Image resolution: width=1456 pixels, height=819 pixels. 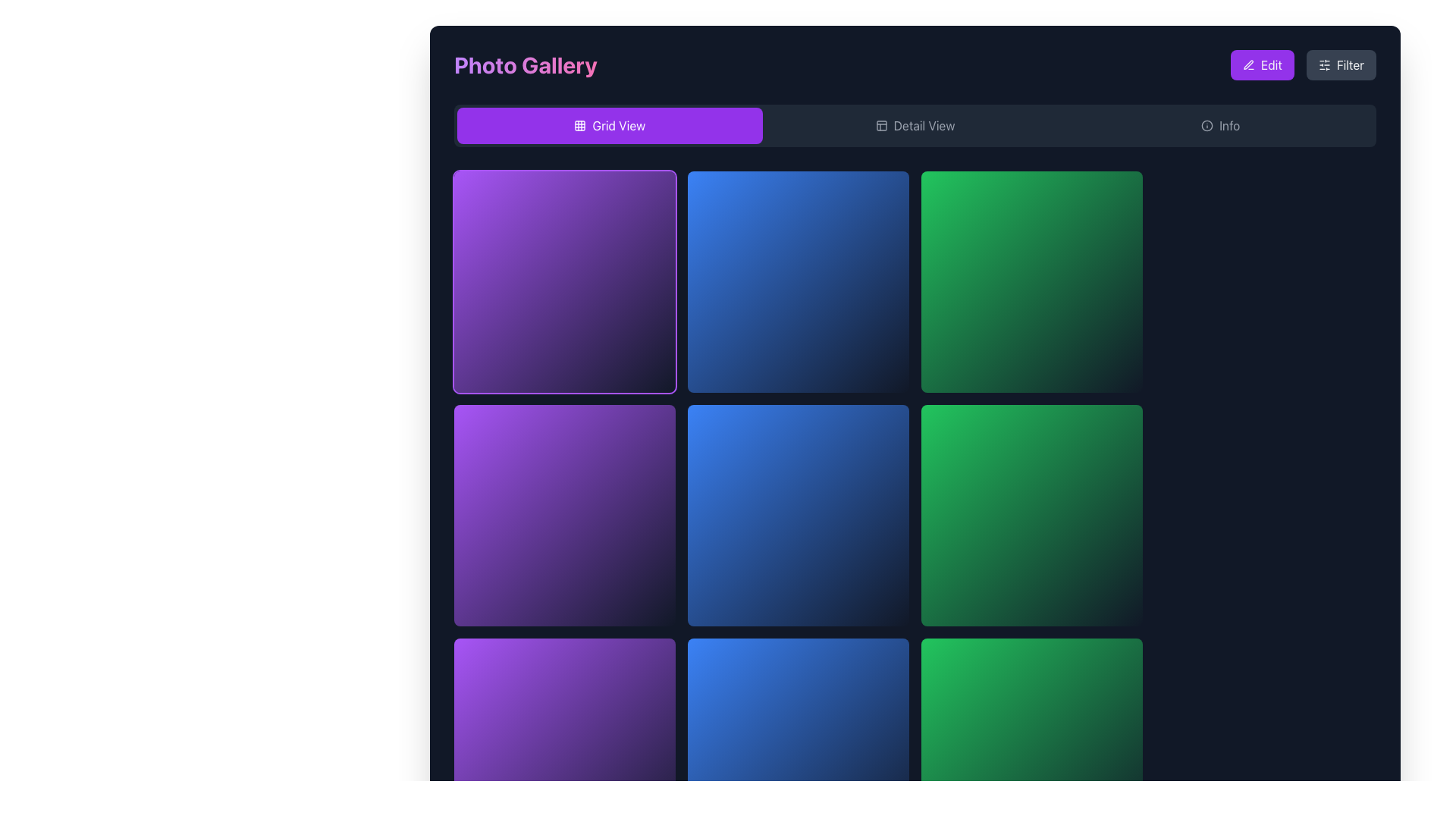 What do you see at coordinates (1341, 64) in the screenshot?
I see `the filter settings button located at the top-right corner of the interface, adjacent to the 'Edit' button` at bounding box center [1341, 64].